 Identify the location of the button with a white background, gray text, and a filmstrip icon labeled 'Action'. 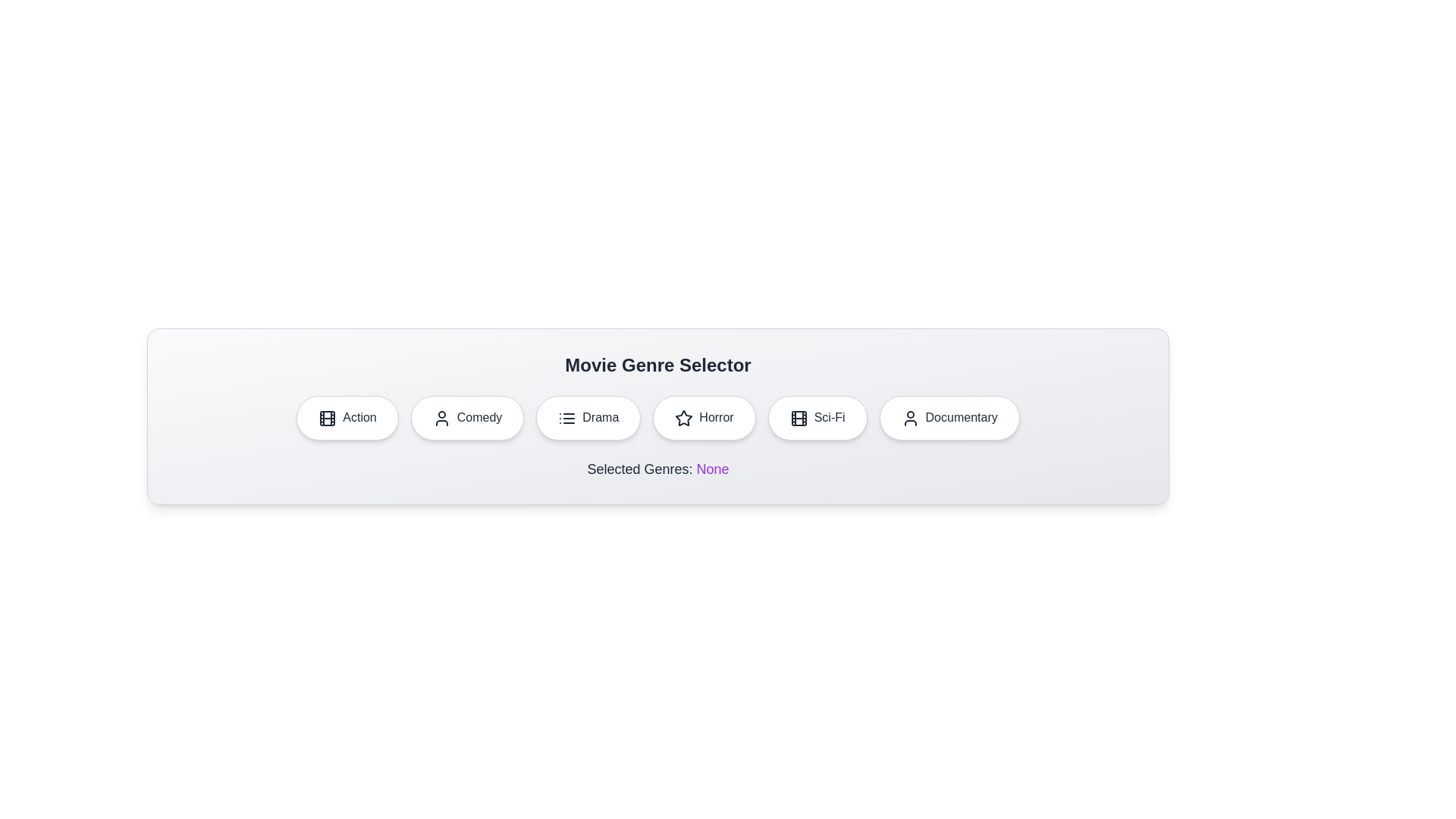
(347, 418).